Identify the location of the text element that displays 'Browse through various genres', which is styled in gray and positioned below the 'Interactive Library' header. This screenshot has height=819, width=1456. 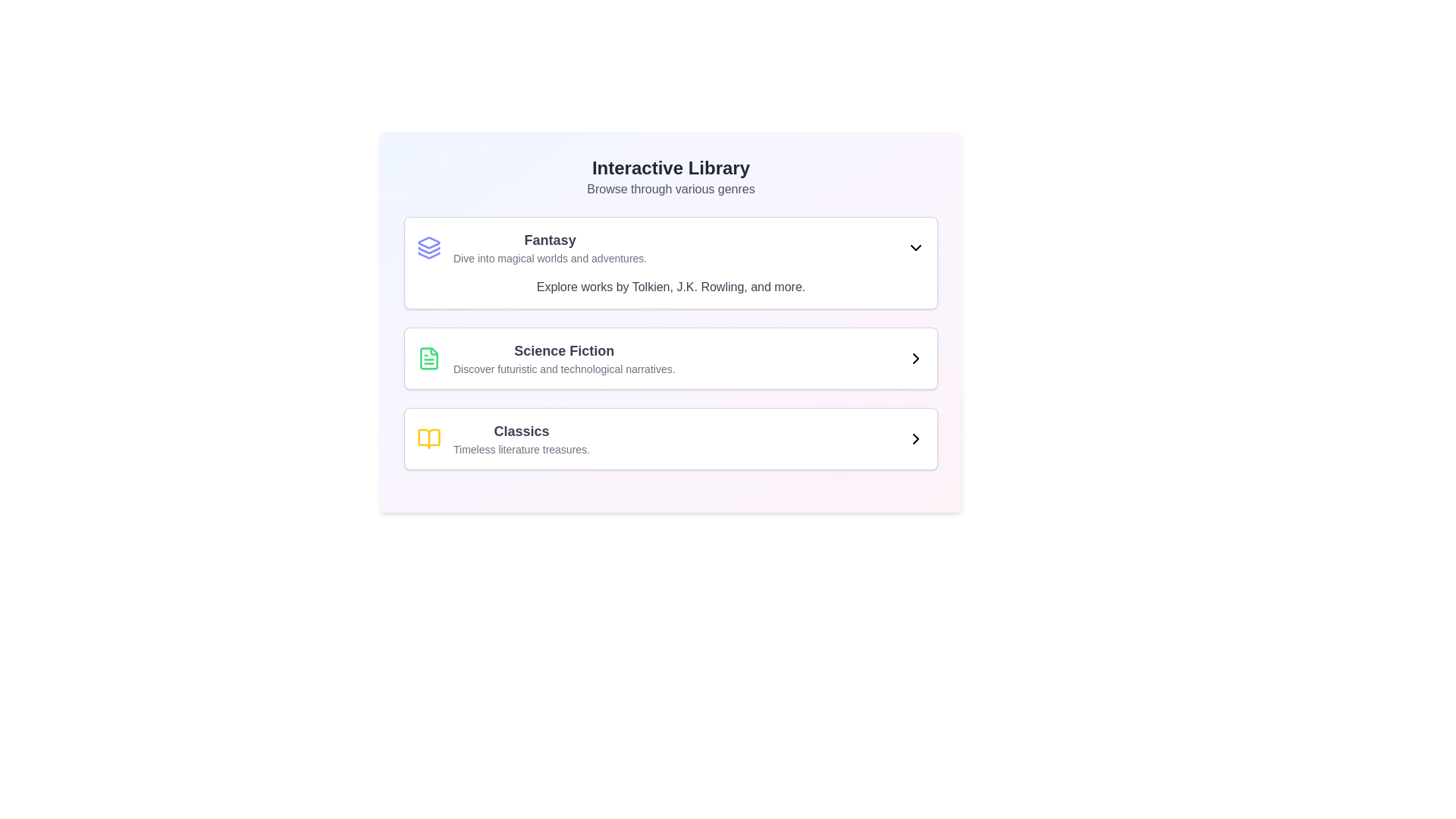
(670, 189).